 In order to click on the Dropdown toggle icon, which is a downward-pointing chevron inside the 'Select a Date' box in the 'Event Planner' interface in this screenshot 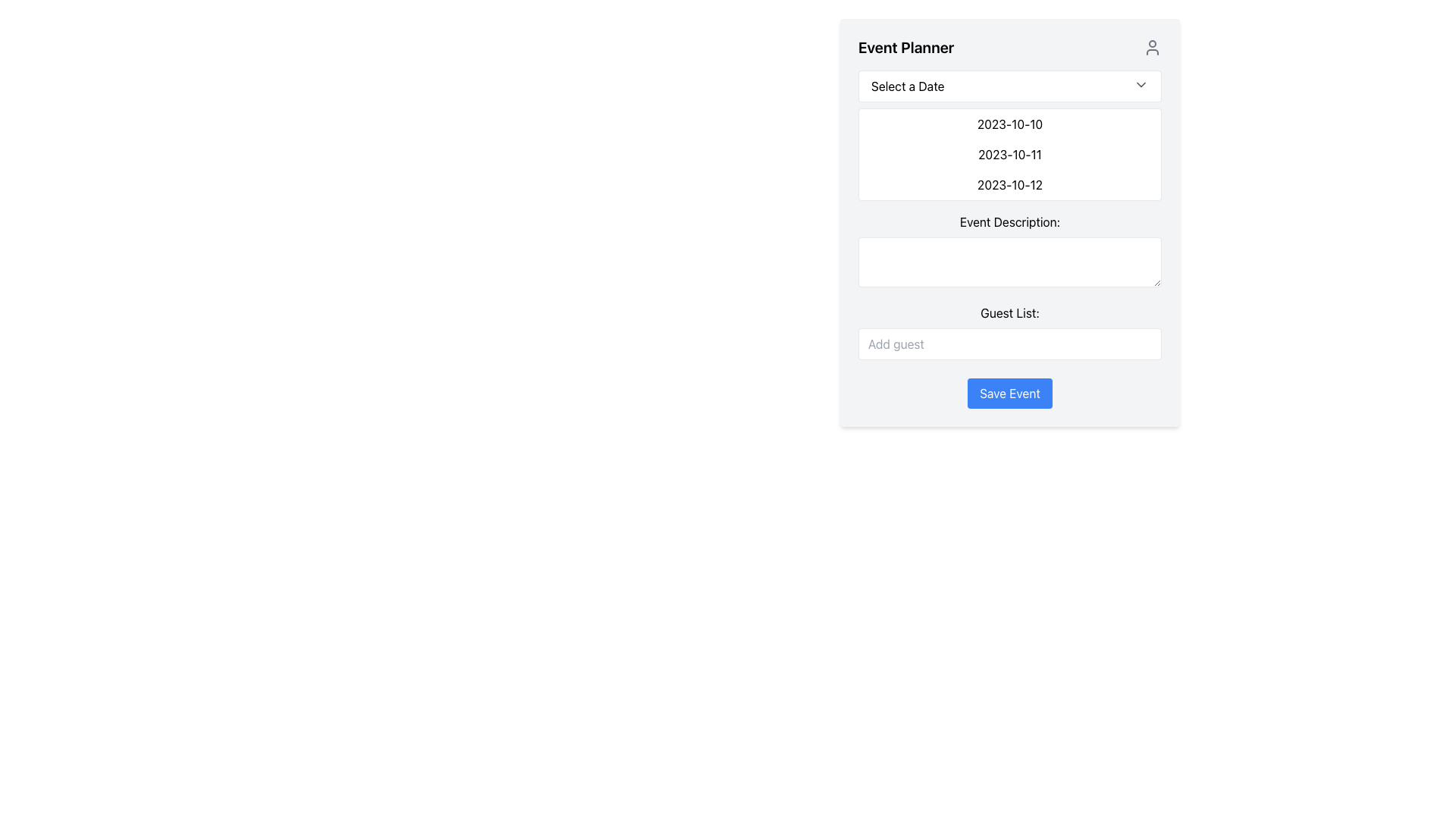, I will do `click(1141, 84)`.